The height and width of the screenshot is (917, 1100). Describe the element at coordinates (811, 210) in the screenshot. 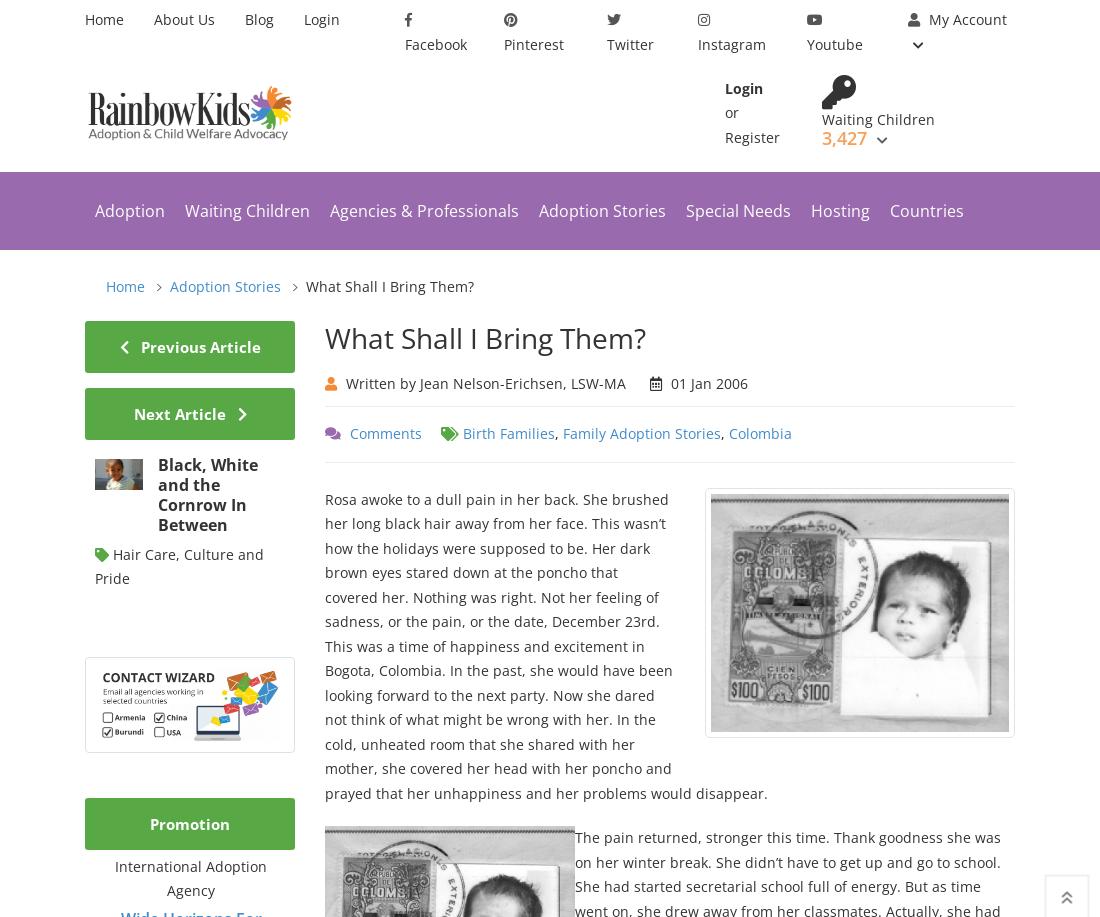

I see `'Hosting'` at that location.